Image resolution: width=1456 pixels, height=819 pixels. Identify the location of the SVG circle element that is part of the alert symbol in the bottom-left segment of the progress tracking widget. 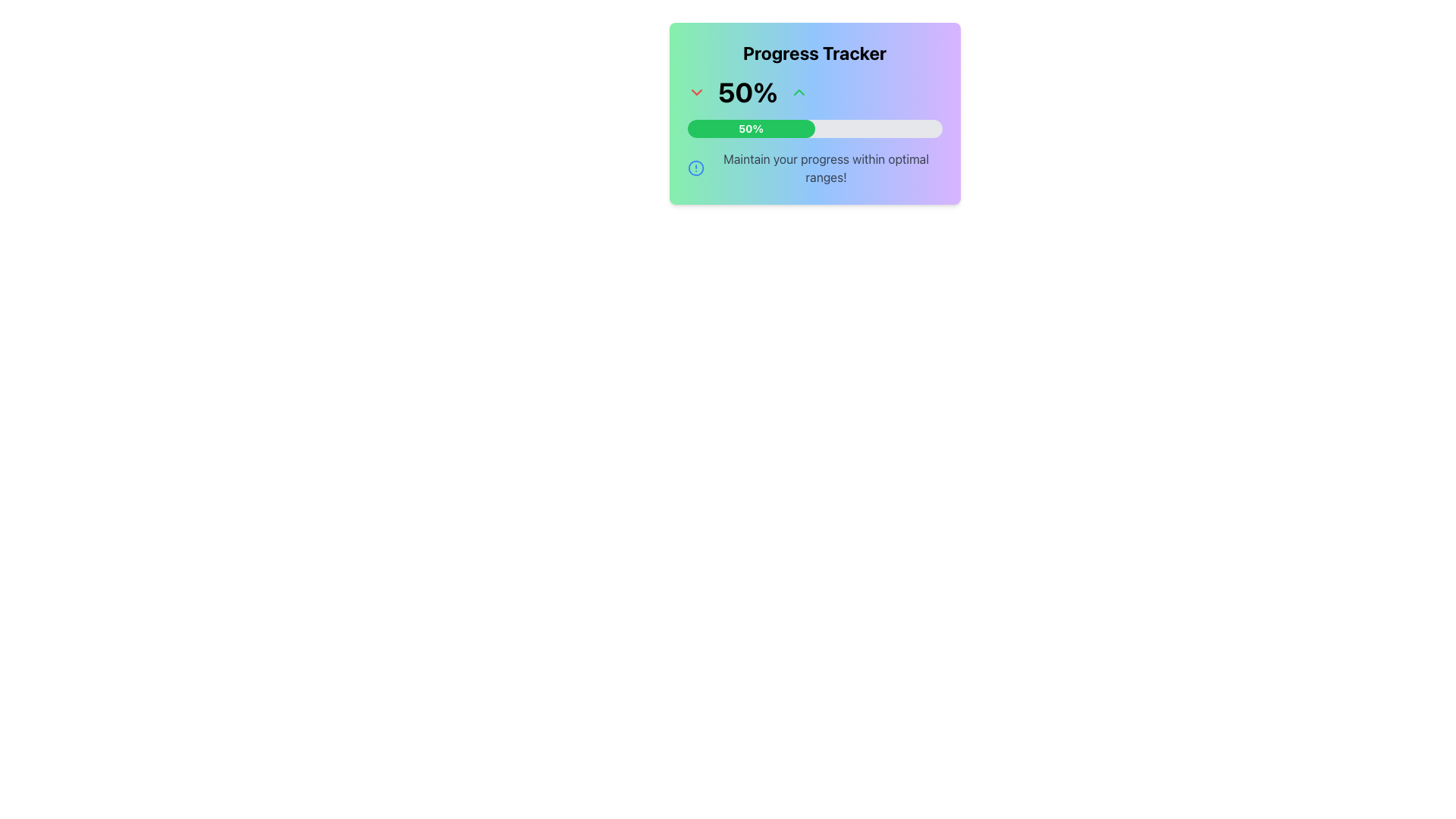
(695, 168).